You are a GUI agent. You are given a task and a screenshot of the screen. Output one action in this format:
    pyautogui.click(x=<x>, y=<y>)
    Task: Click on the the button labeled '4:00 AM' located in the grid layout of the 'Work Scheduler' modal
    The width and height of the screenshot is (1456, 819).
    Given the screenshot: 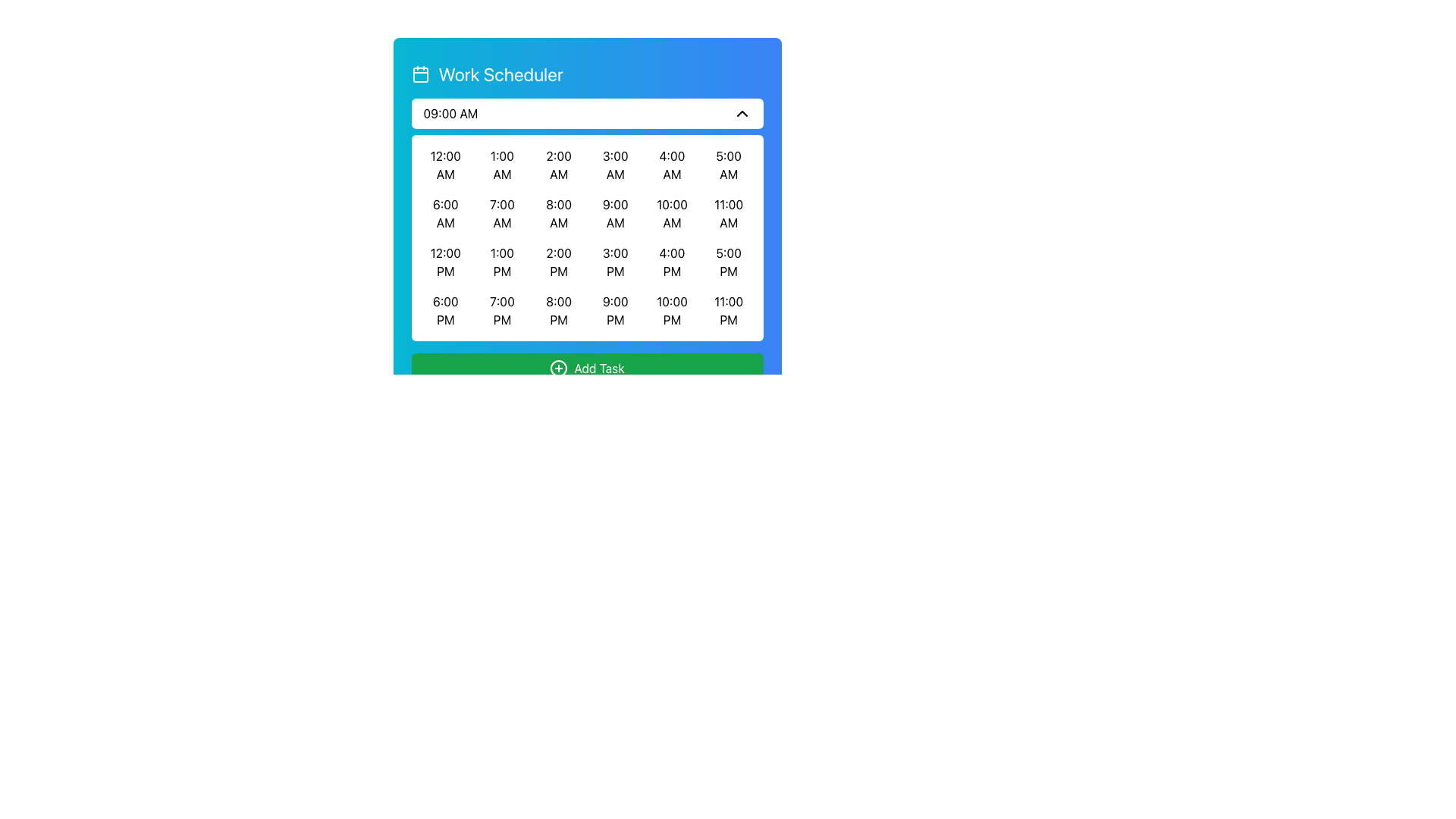 What is the action you would take?
    pyautogui.click(x=671, y=165)
    